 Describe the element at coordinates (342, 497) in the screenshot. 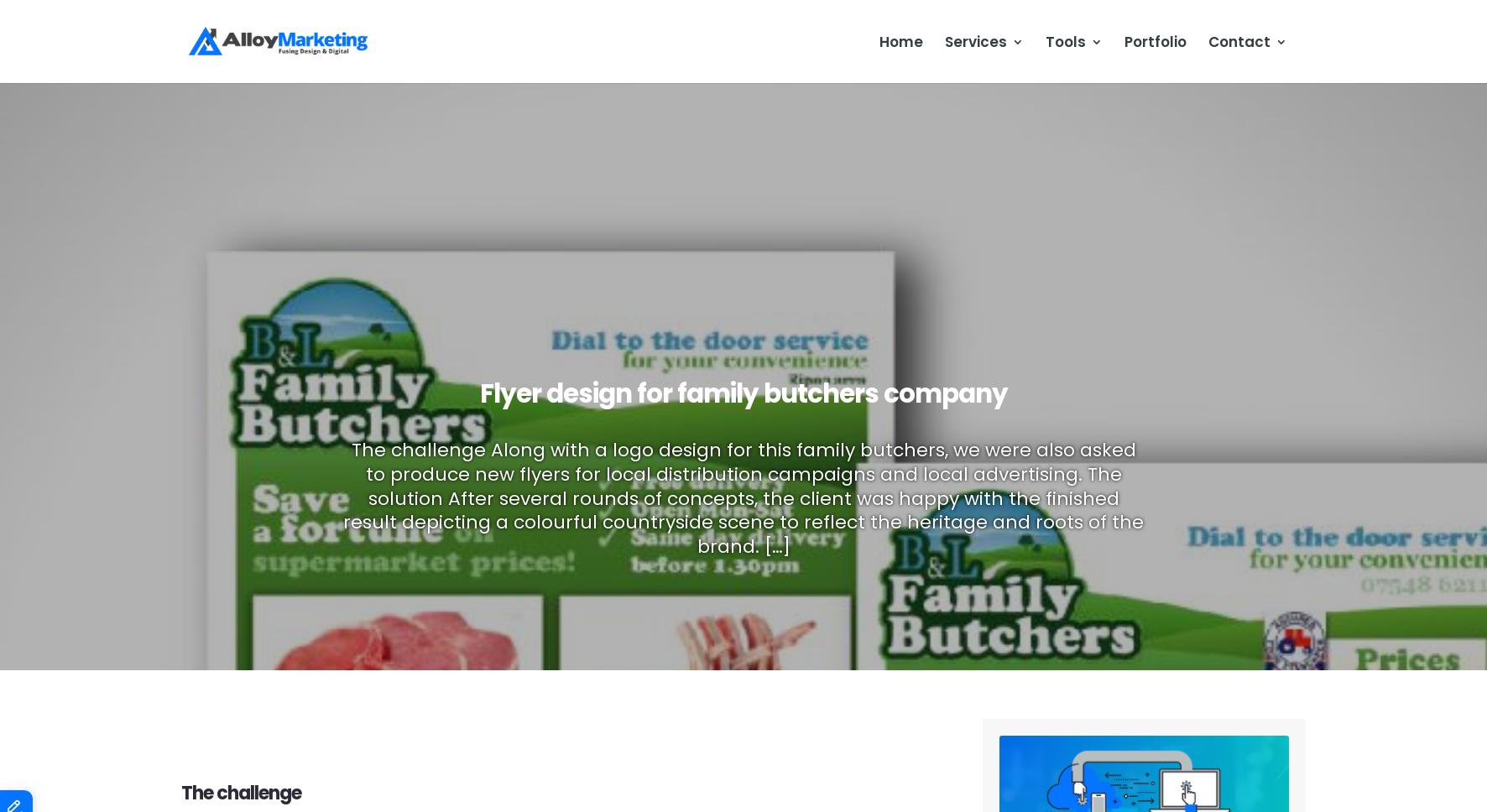

I see `'The challenge Along with a logo design for this family butchers, we were also asked to produce new flyers for local distribution campaigns and local advertising. The solution After several rounds of concepts, the client was happy with the finished result depicting a colourful countryside scene to reflect the heritage and roots of the brand. […]'` at that location.